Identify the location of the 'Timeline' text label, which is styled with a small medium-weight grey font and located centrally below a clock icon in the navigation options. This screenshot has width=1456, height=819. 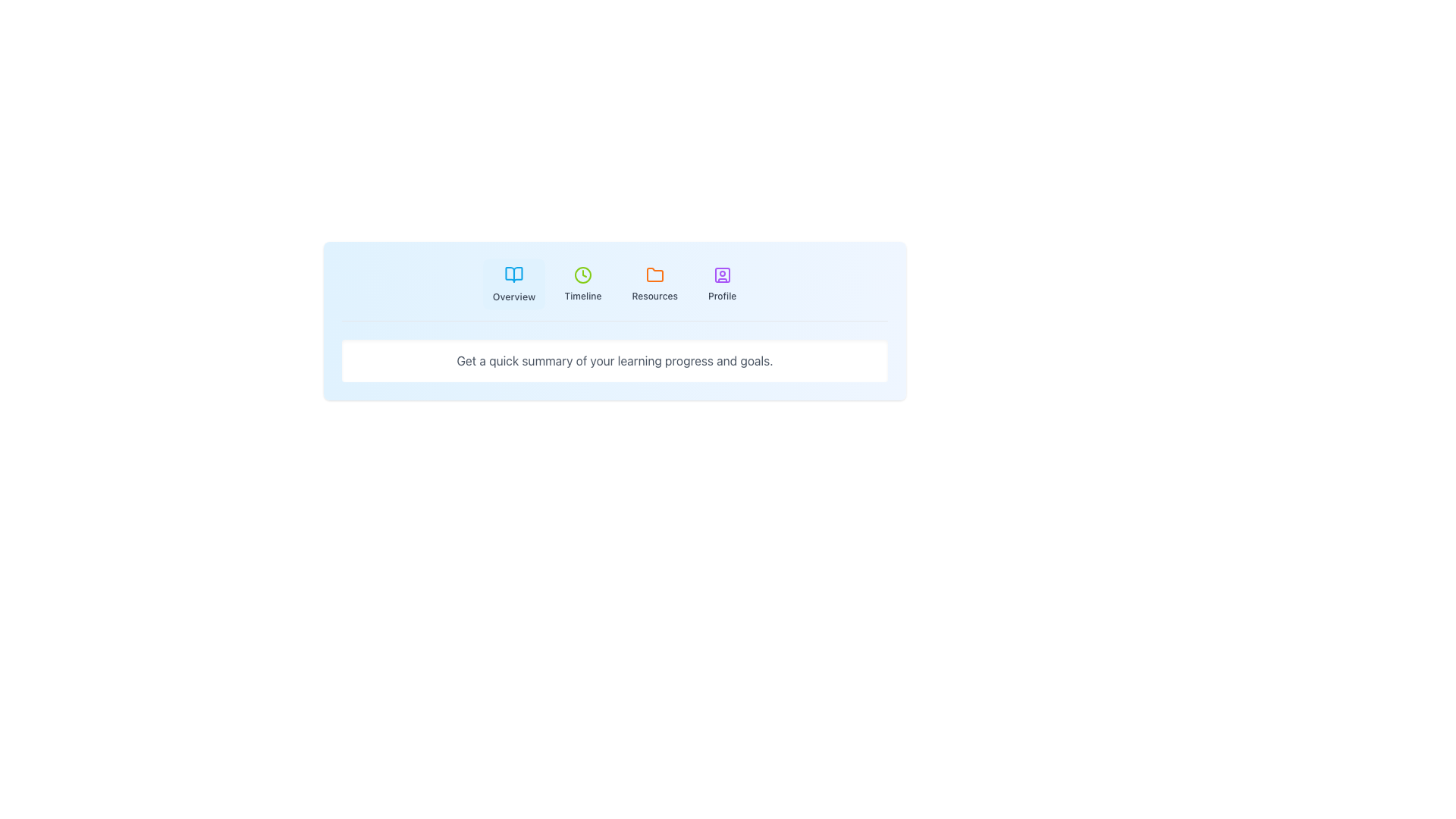
(582, 296).